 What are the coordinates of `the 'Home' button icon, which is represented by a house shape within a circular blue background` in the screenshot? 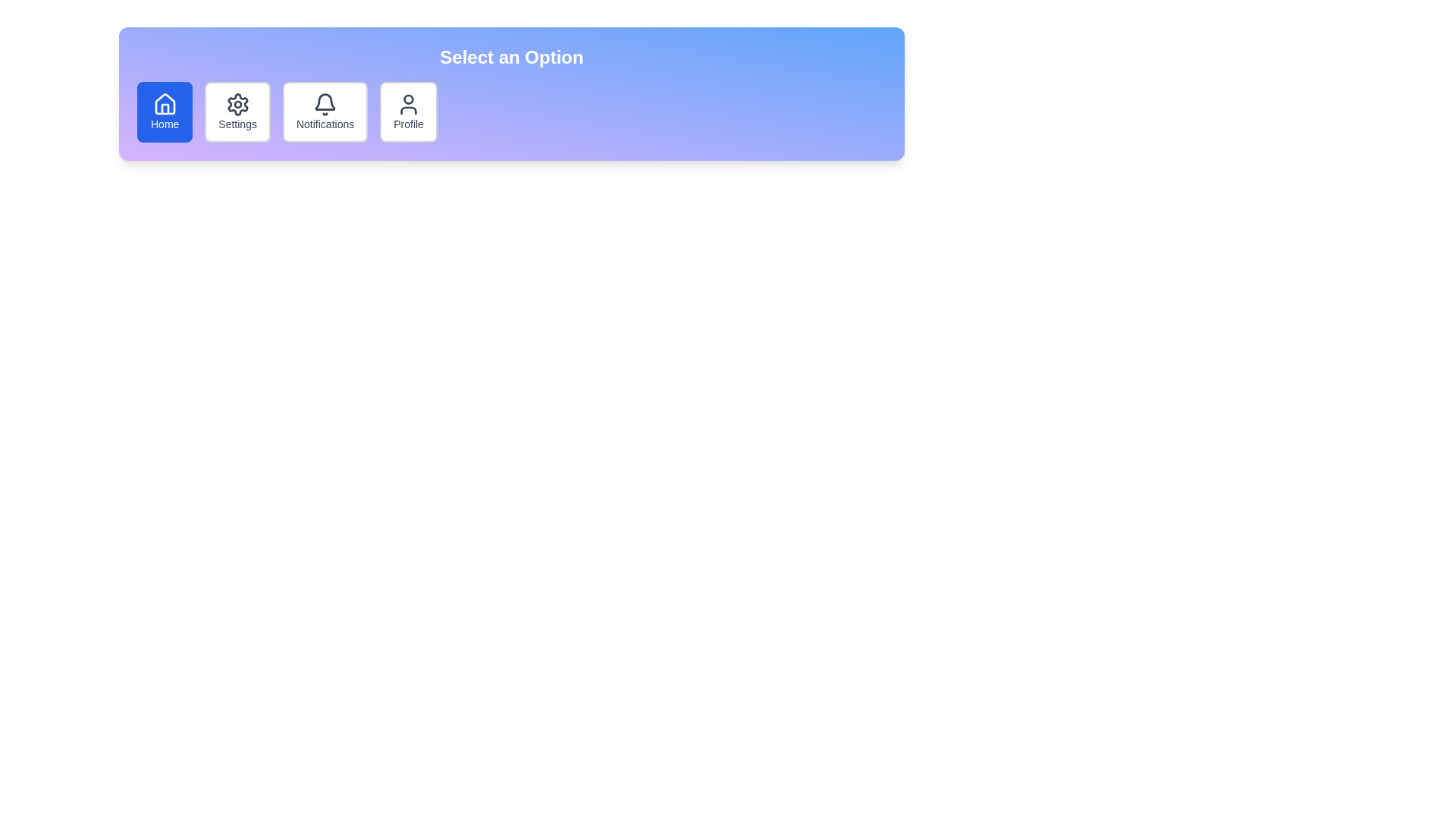 It's located at (165, 104).